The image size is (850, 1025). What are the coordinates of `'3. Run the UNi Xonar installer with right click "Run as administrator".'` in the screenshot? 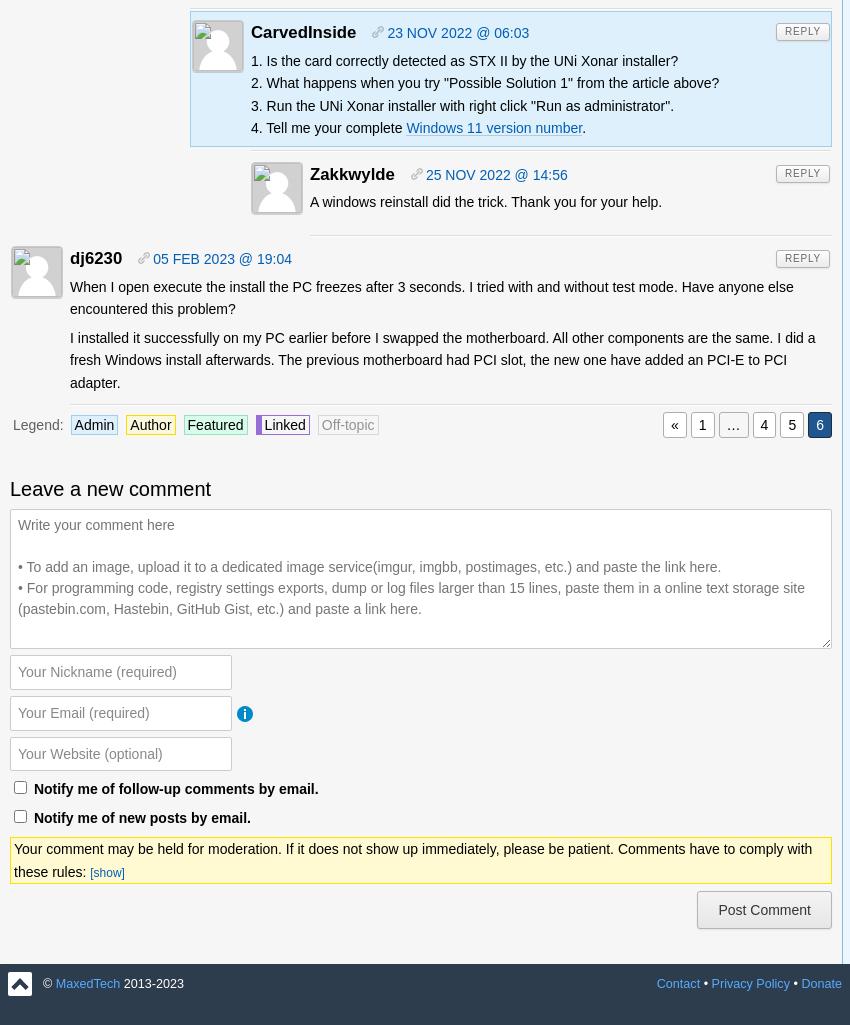 It's located at (461, 104).